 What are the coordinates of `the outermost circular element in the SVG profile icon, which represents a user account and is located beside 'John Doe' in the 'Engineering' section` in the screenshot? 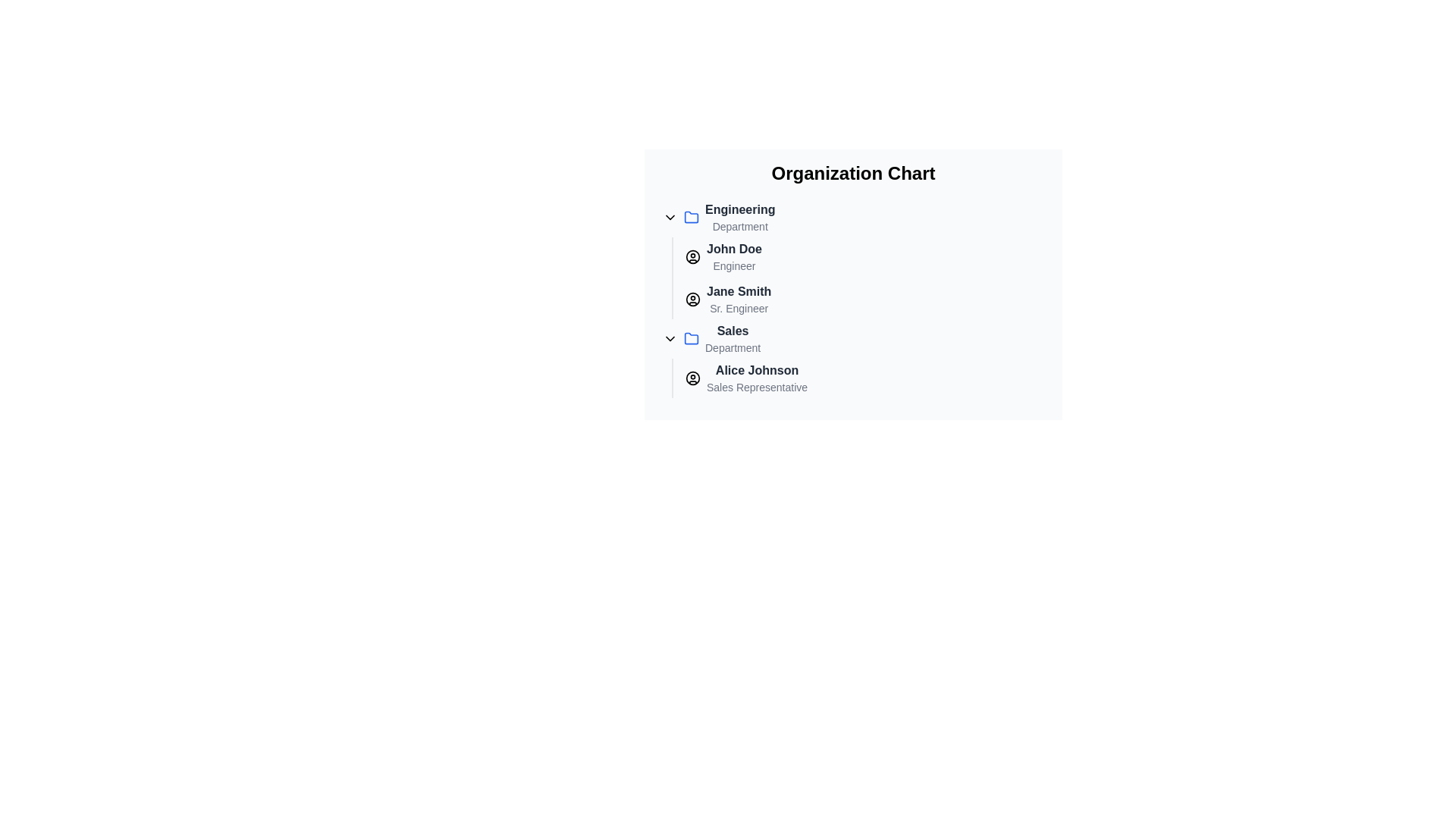 It's located at (692, 256).